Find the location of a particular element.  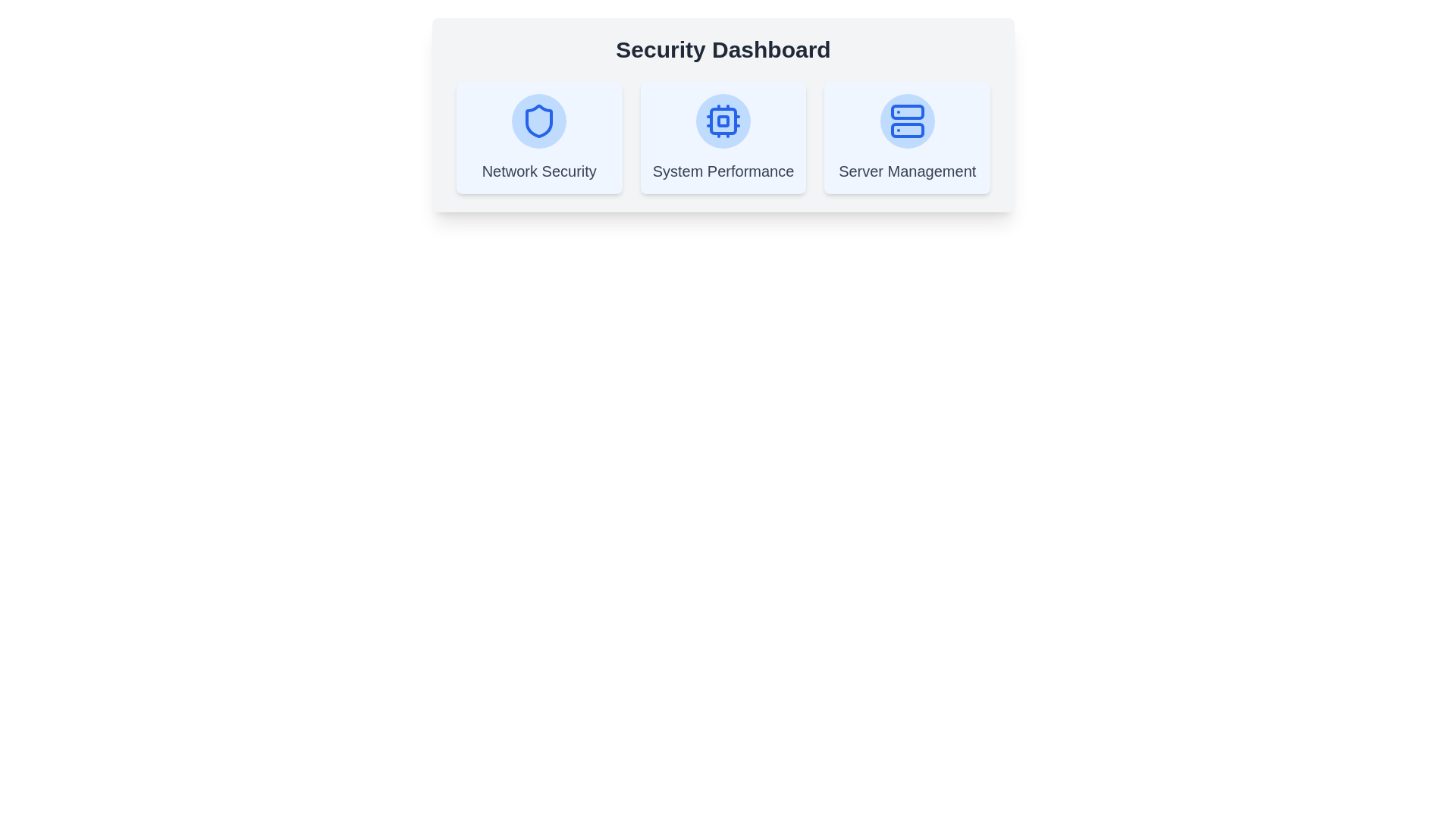

the text label that reads 'System Performance', which is styled with a gray color, medium font weight, and extra-large size, located centrally below an icon for system performance within a three-column layout is located at coordinates (723, 171).